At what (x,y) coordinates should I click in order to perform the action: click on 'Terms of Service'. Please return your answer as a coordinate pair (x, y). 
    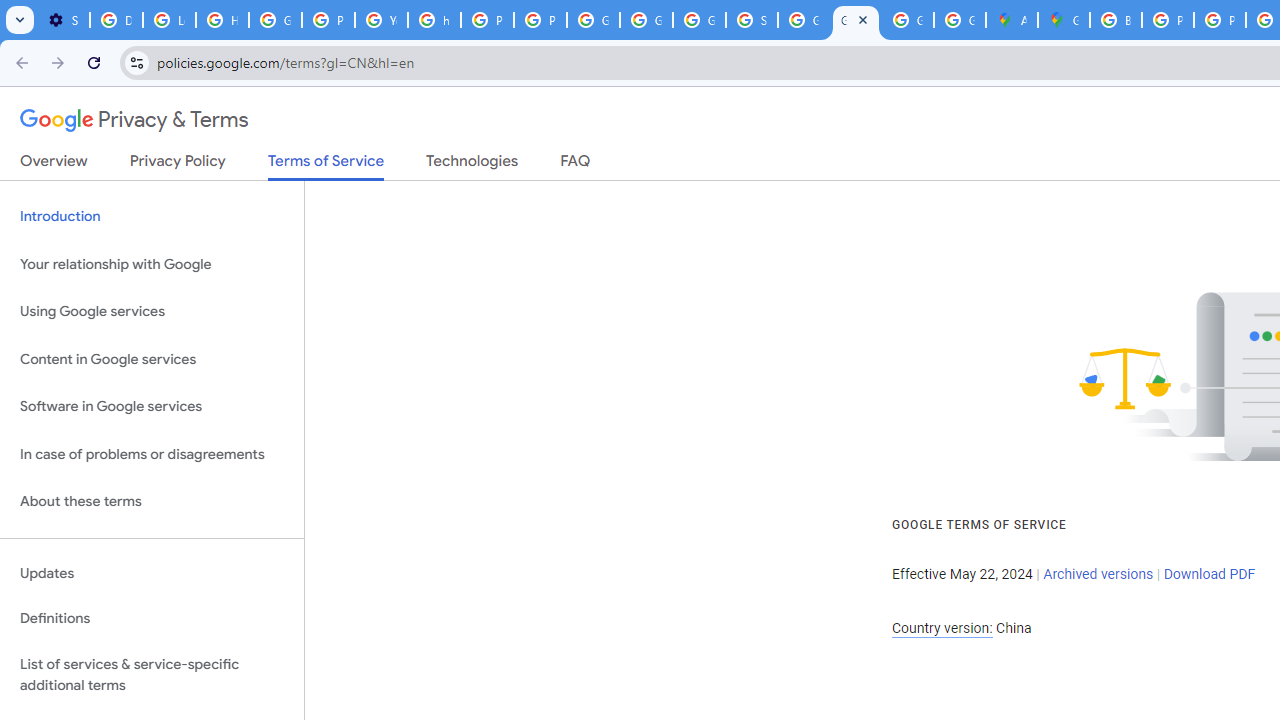
    Looking at the image, I should click on (326, 165).